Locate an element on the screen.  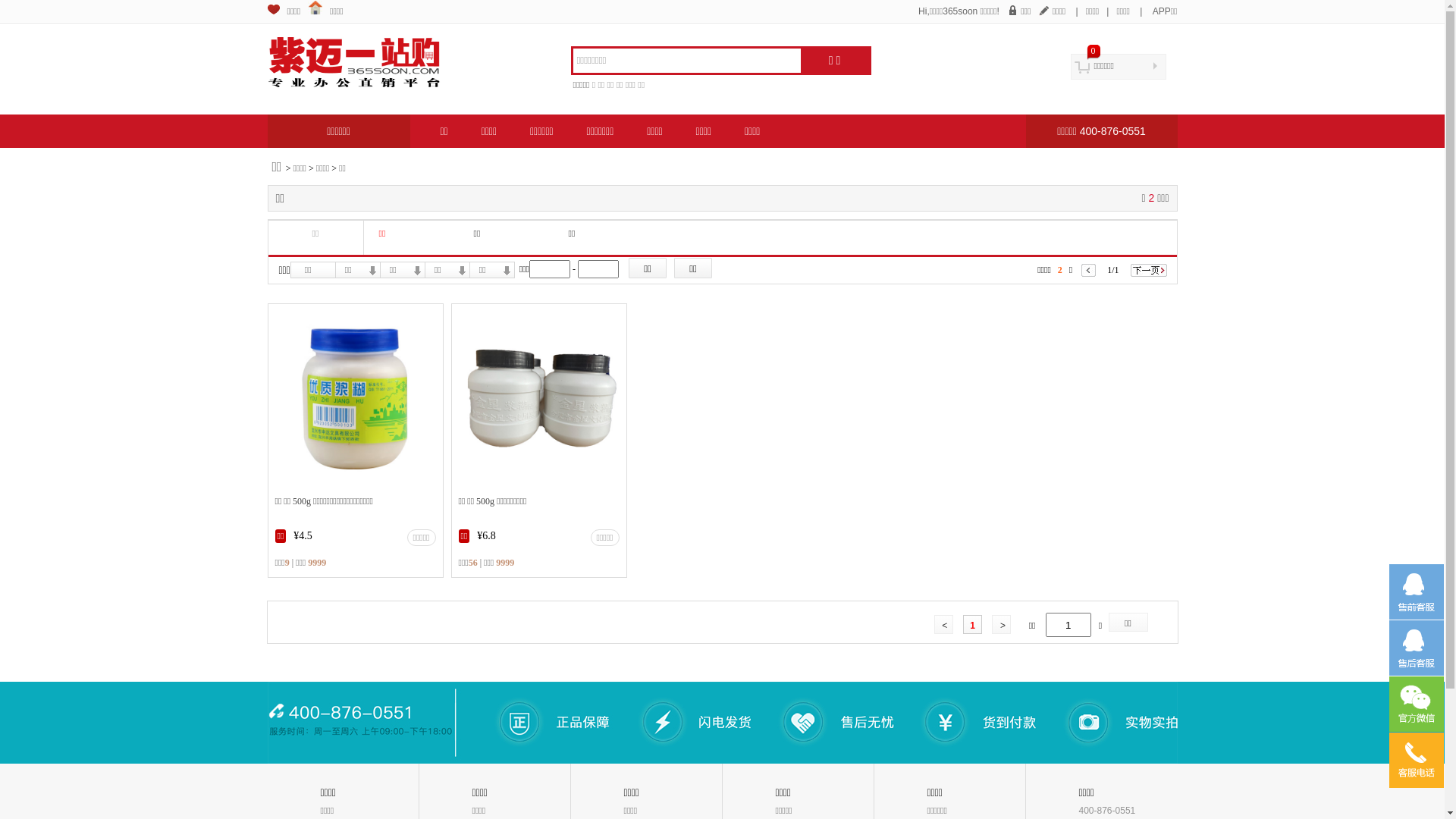
' >' is located at coordinates (1001, 623).